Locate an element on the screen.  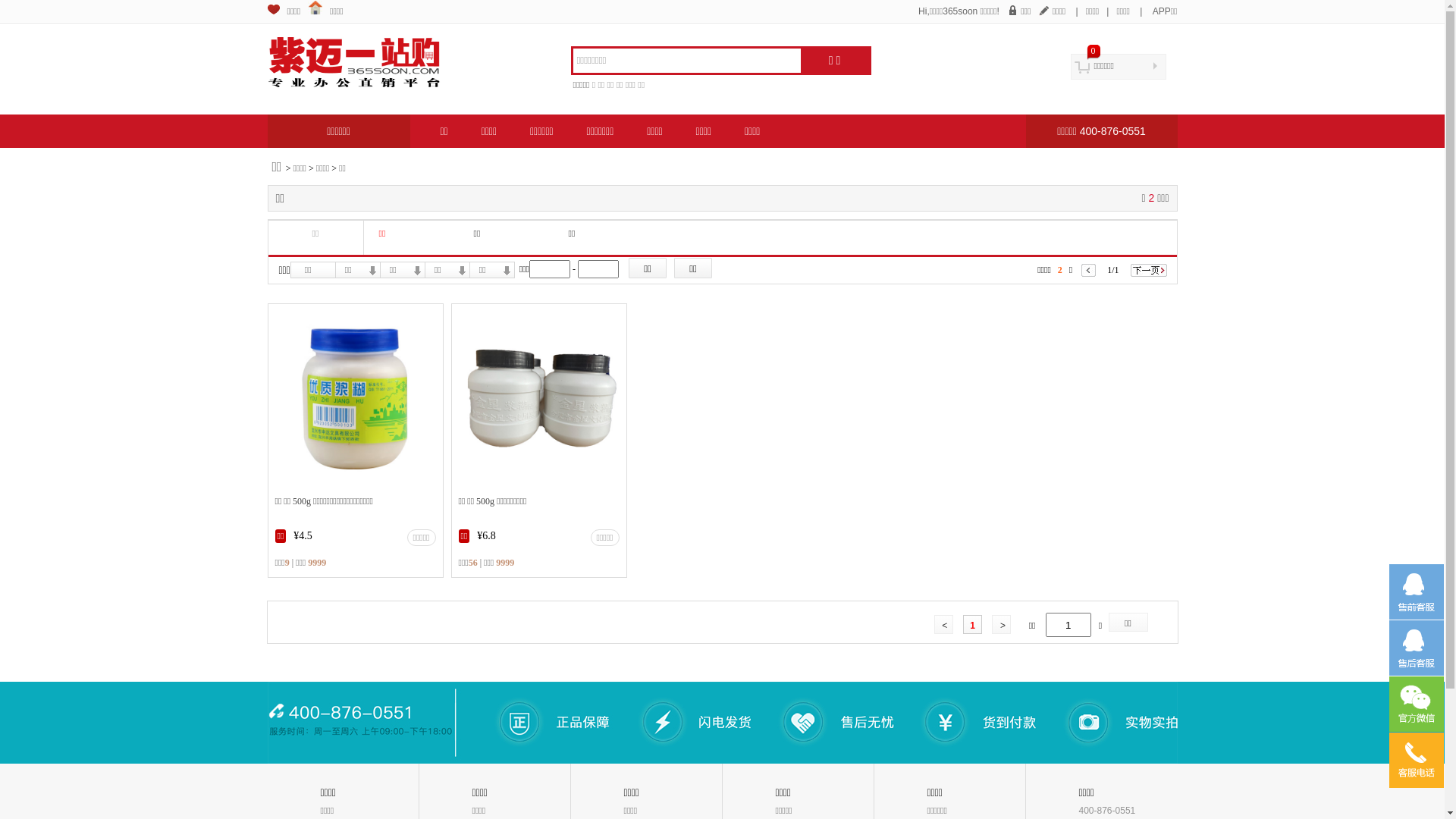
' >' is located at coordinates (1001, 623).